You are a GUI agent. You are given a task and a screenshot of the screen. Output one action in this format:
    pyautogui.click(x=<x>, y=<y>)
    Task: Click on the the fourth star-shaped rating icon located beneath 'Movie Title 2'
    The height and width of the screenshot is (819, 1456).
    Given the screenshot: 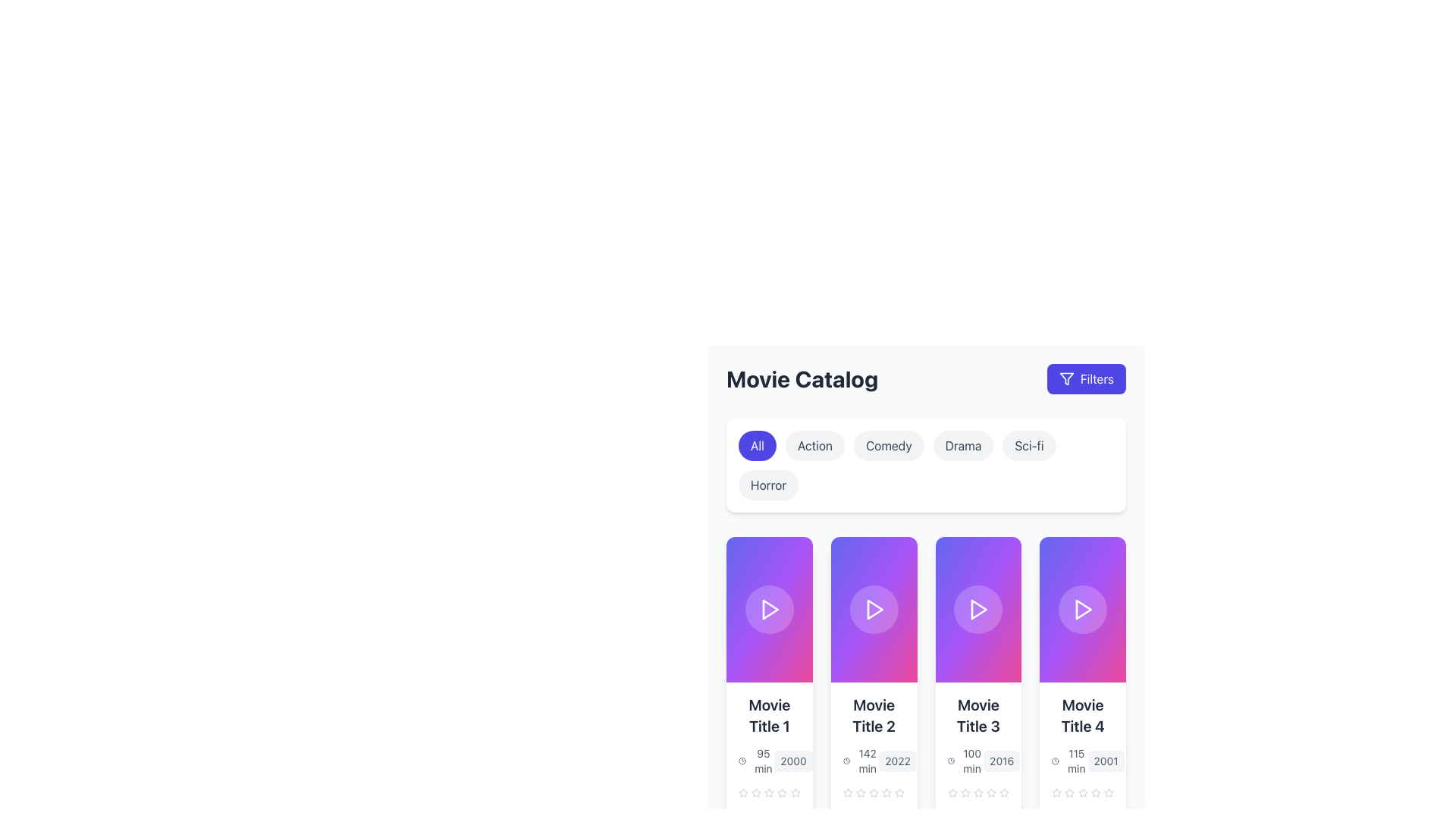 What is the action you would take?
    pyautogui.click(x=886, y=792)
    